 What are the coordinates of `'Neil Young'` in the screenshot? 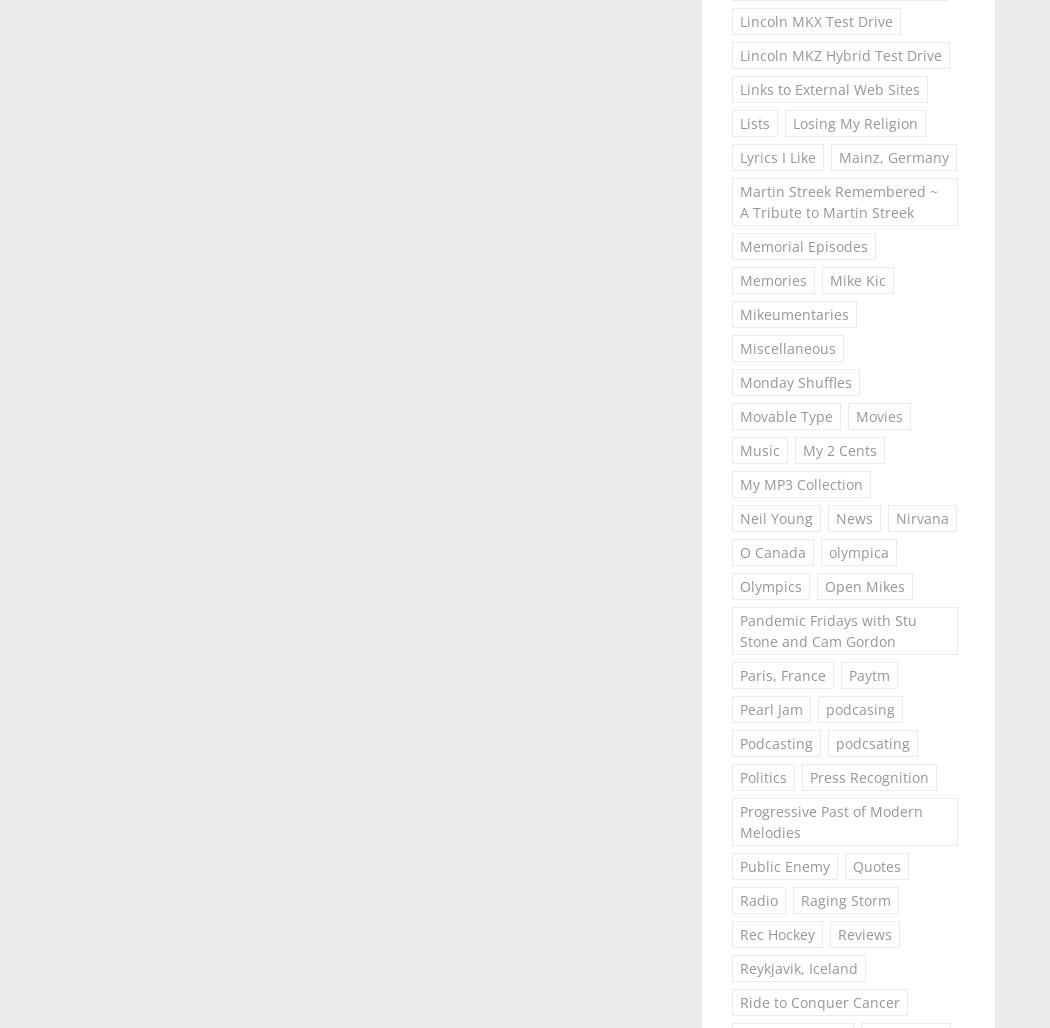 It's located at (775, 518).